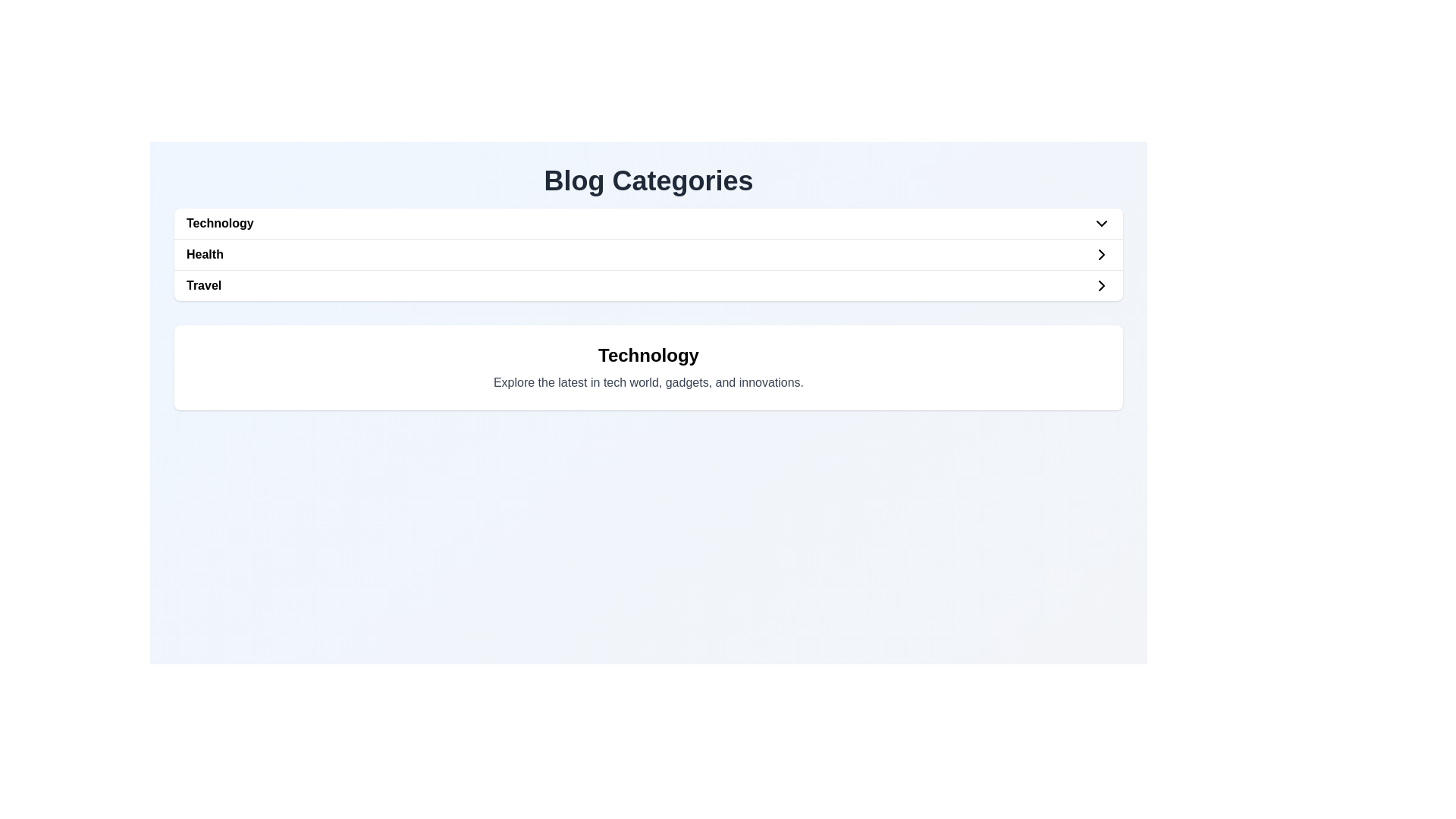  I want to click on the right-pointing chevron icon in the SVG element next to the 'Health' option, so click(1102, 253).